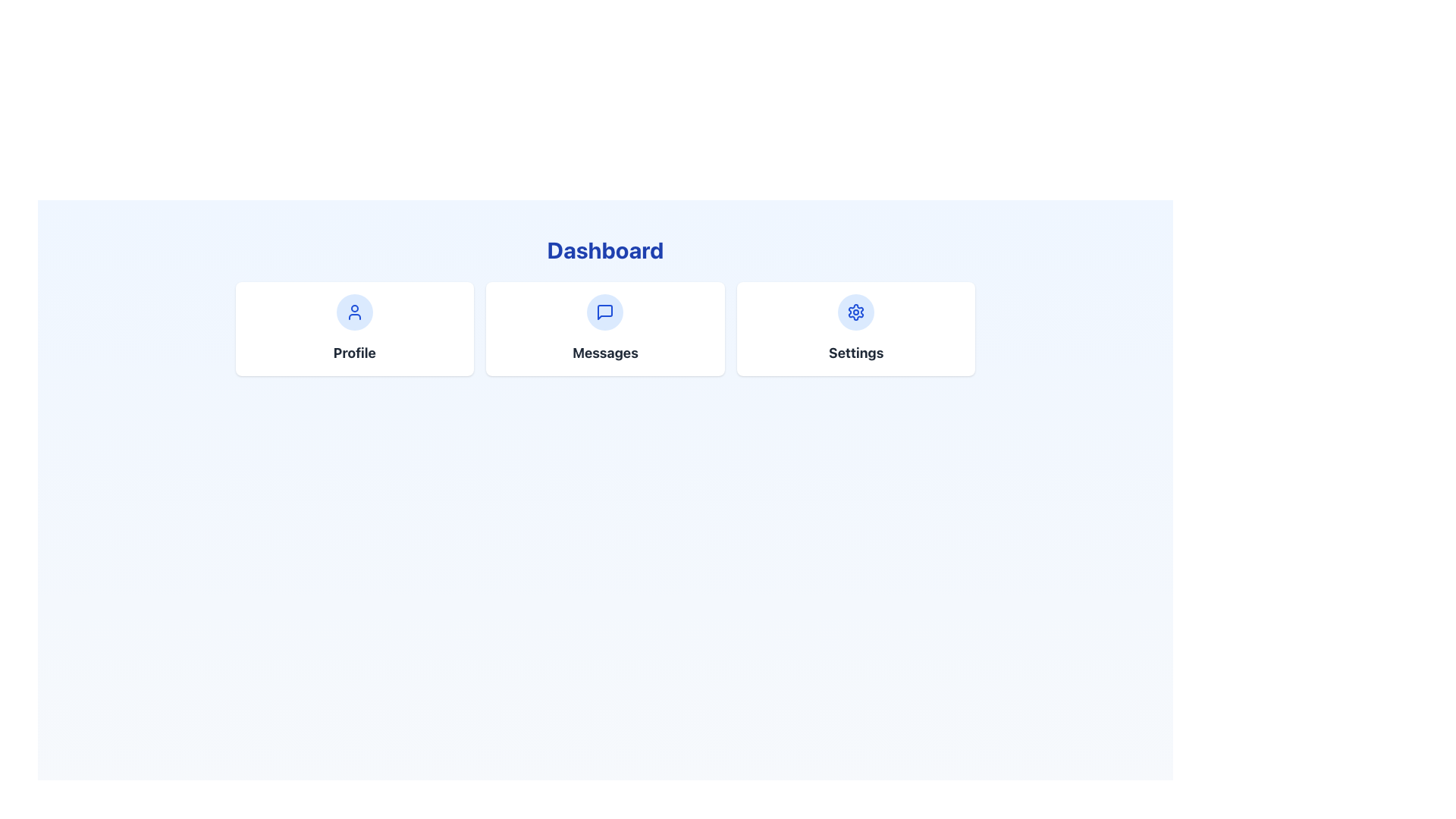  I want to click on the centered text block displaying the word 'Dashboard' in a prominent blue bold font, located at the top of the section in the portal layout, so click(604, 249).